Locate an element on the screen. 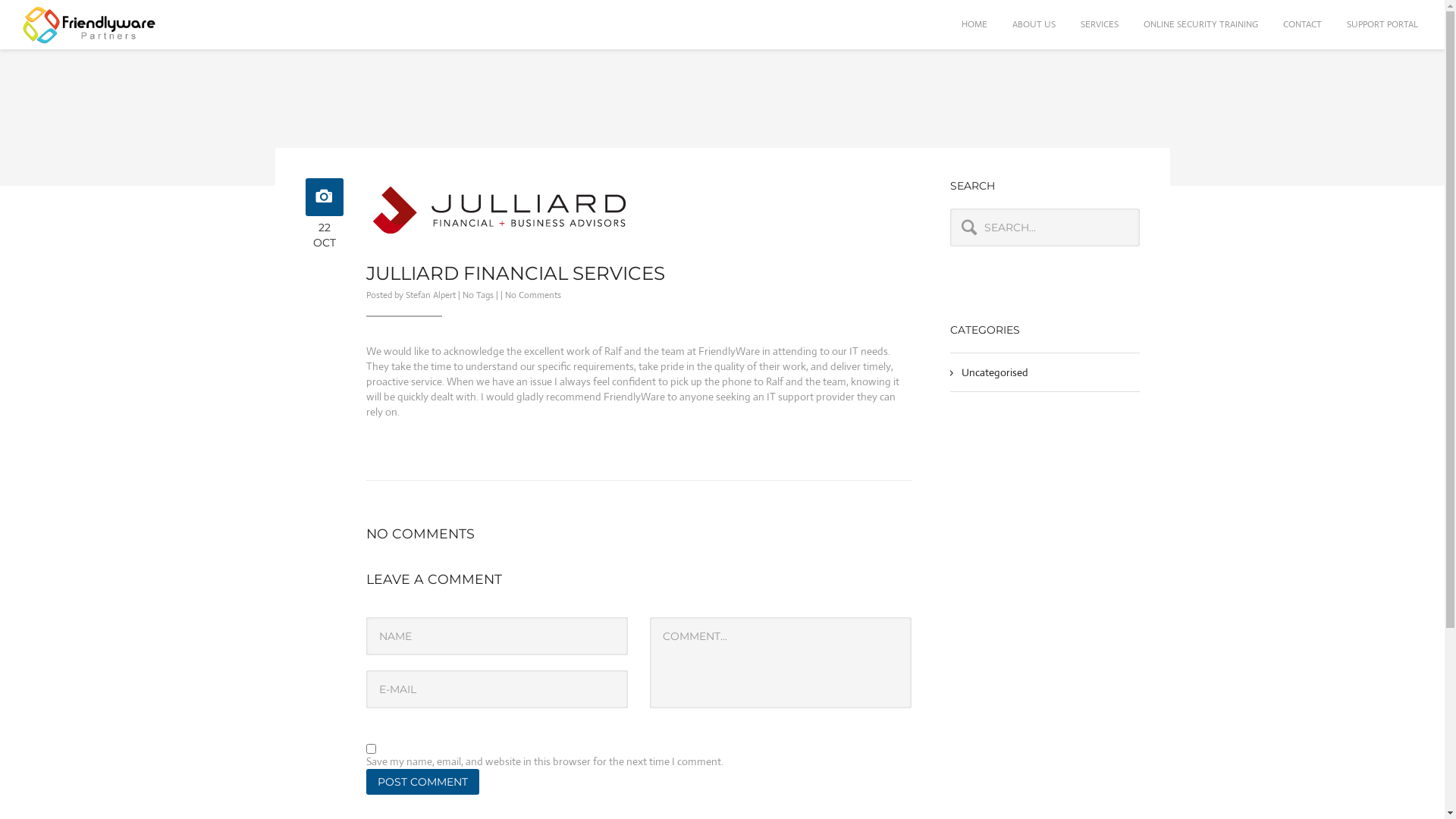  'ONLINE SECURITY TRAINING' is located at coordinates (1200, 24).